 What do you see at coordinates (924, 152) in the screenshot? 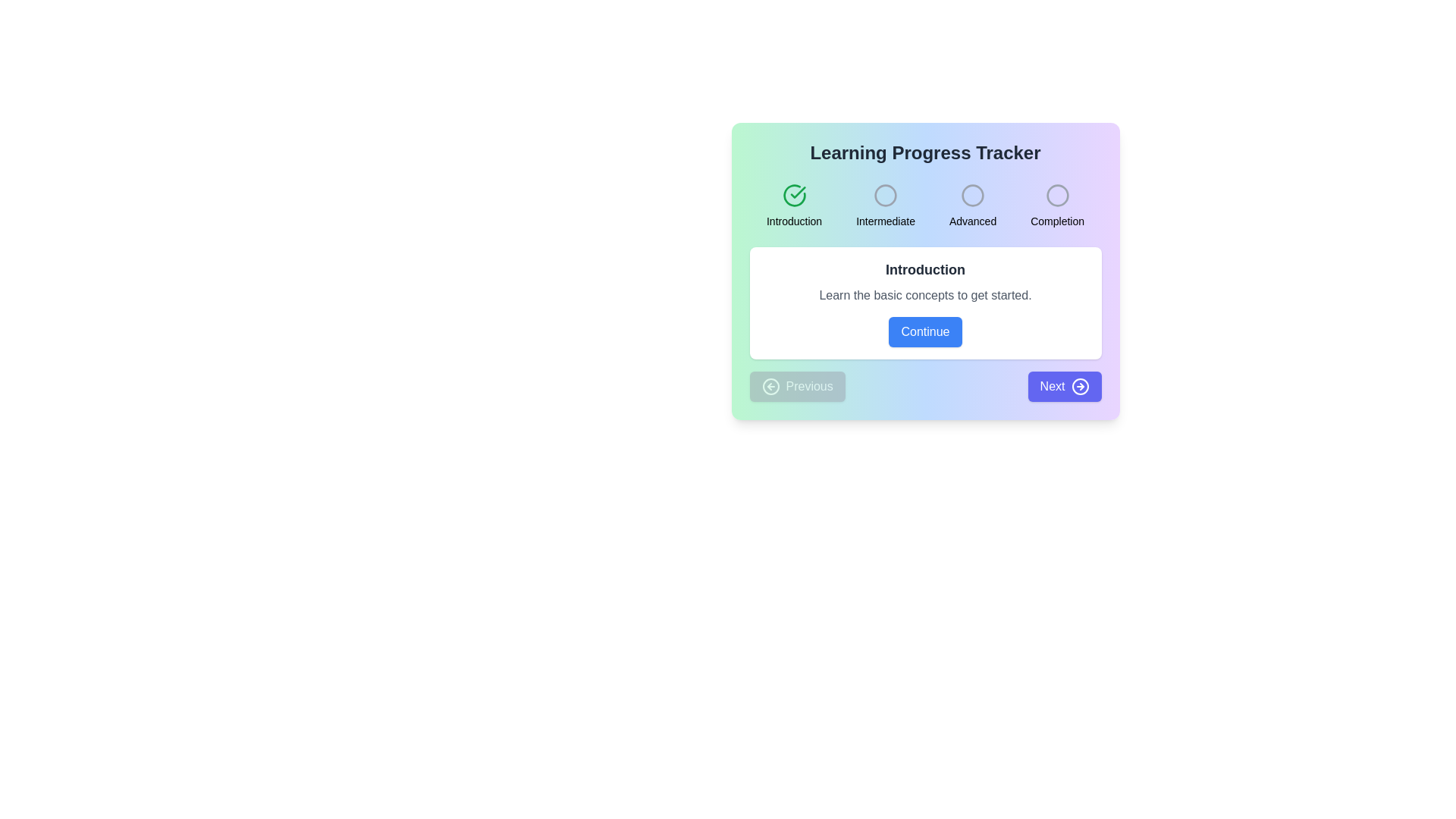
I see `text of the header that displays 'Learning Progress Tracker', which is styled with bold, large-sized text and centered alignment in dark gray against a gradient background` at bounding box center [924, 152].